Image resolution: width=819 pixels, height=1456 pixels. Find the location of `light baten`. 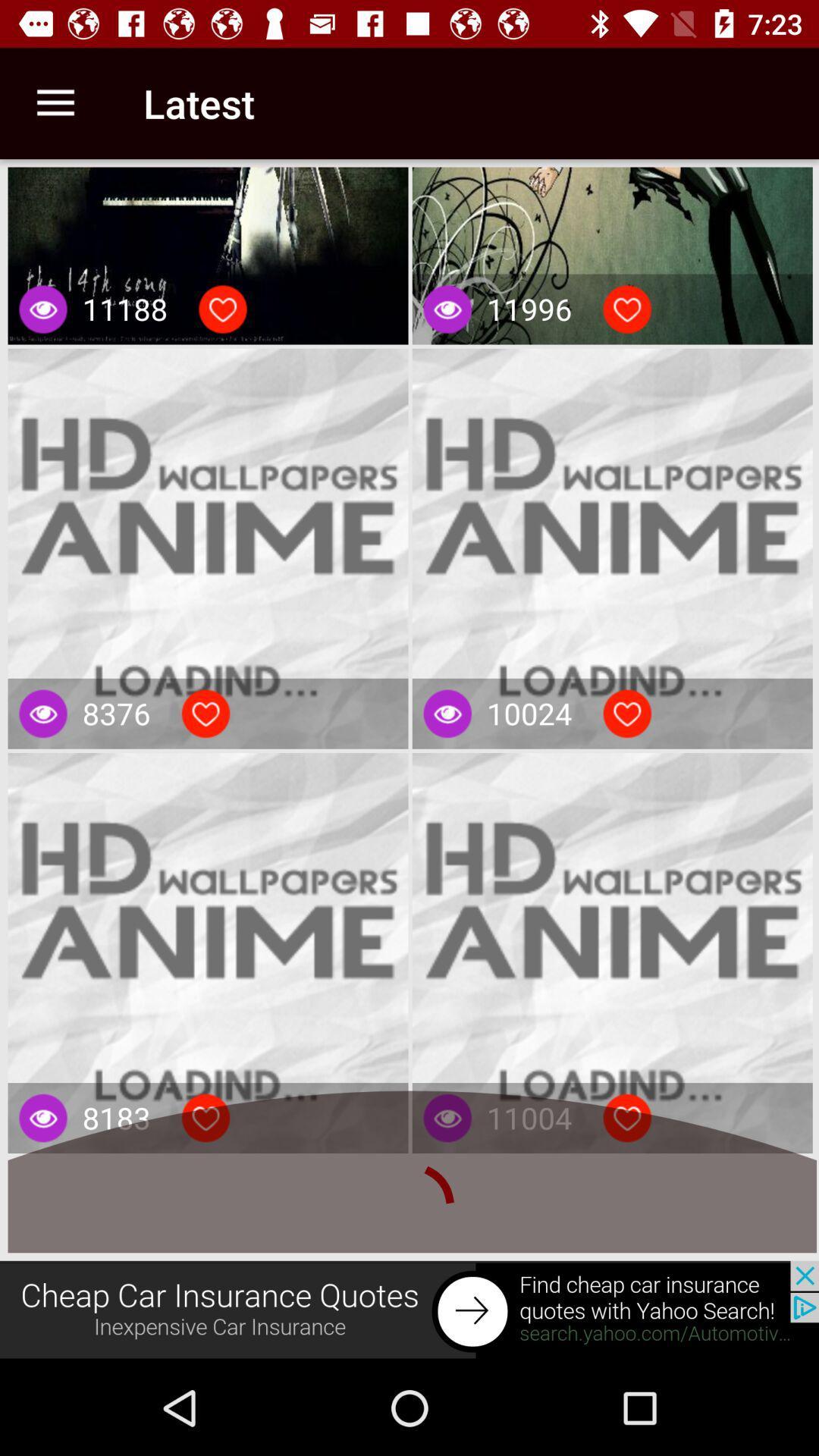

light baten is located at coordinates (627, 713).